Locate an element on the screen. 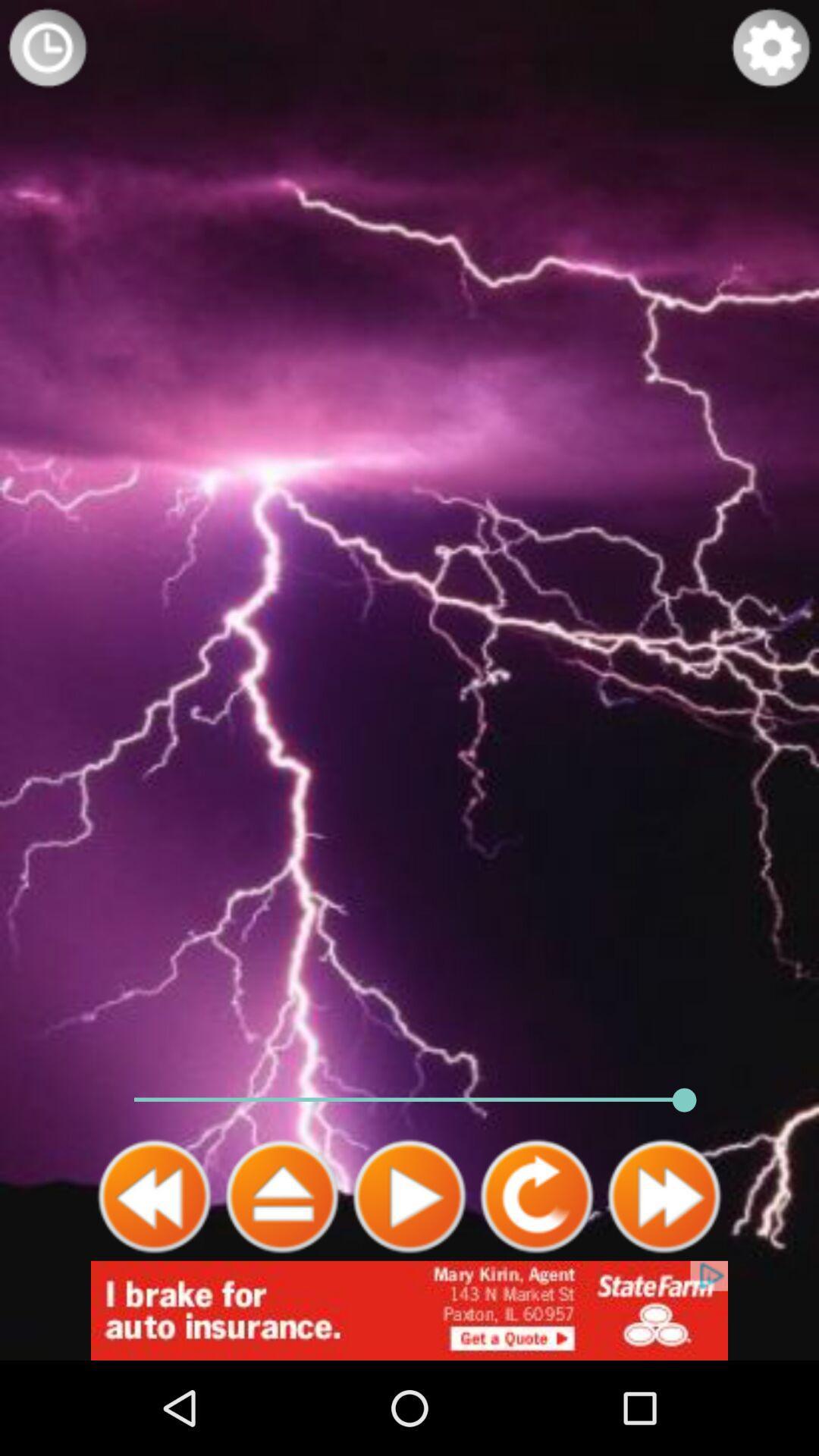  advance sound is located at coordinates (281, 1196).